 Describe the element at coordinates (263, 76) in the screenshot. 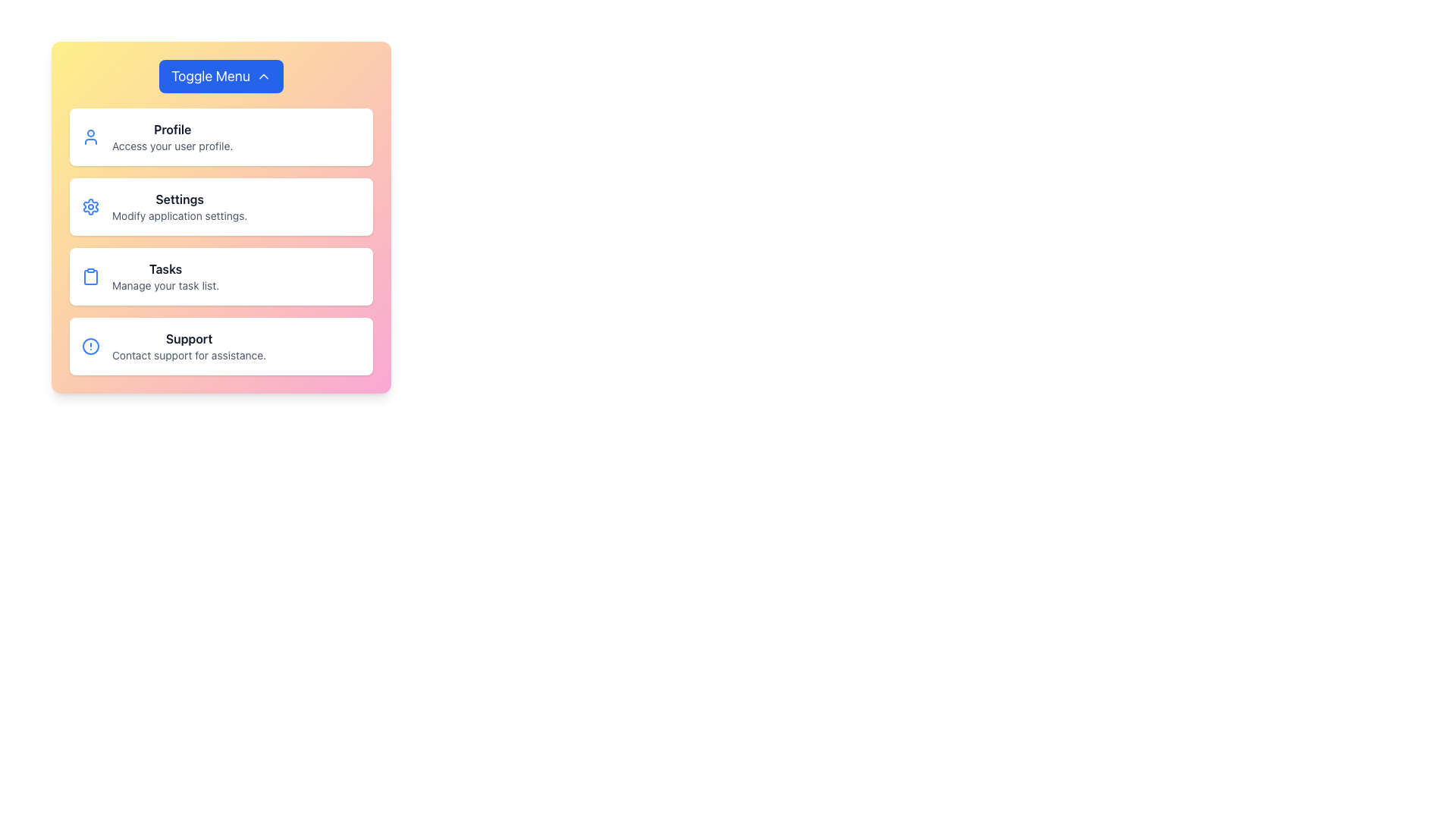

I see `the downward-pointing chevron icon with a white stroke color located to the right of the 'Toggle Menu' label within the blue button` at that location.